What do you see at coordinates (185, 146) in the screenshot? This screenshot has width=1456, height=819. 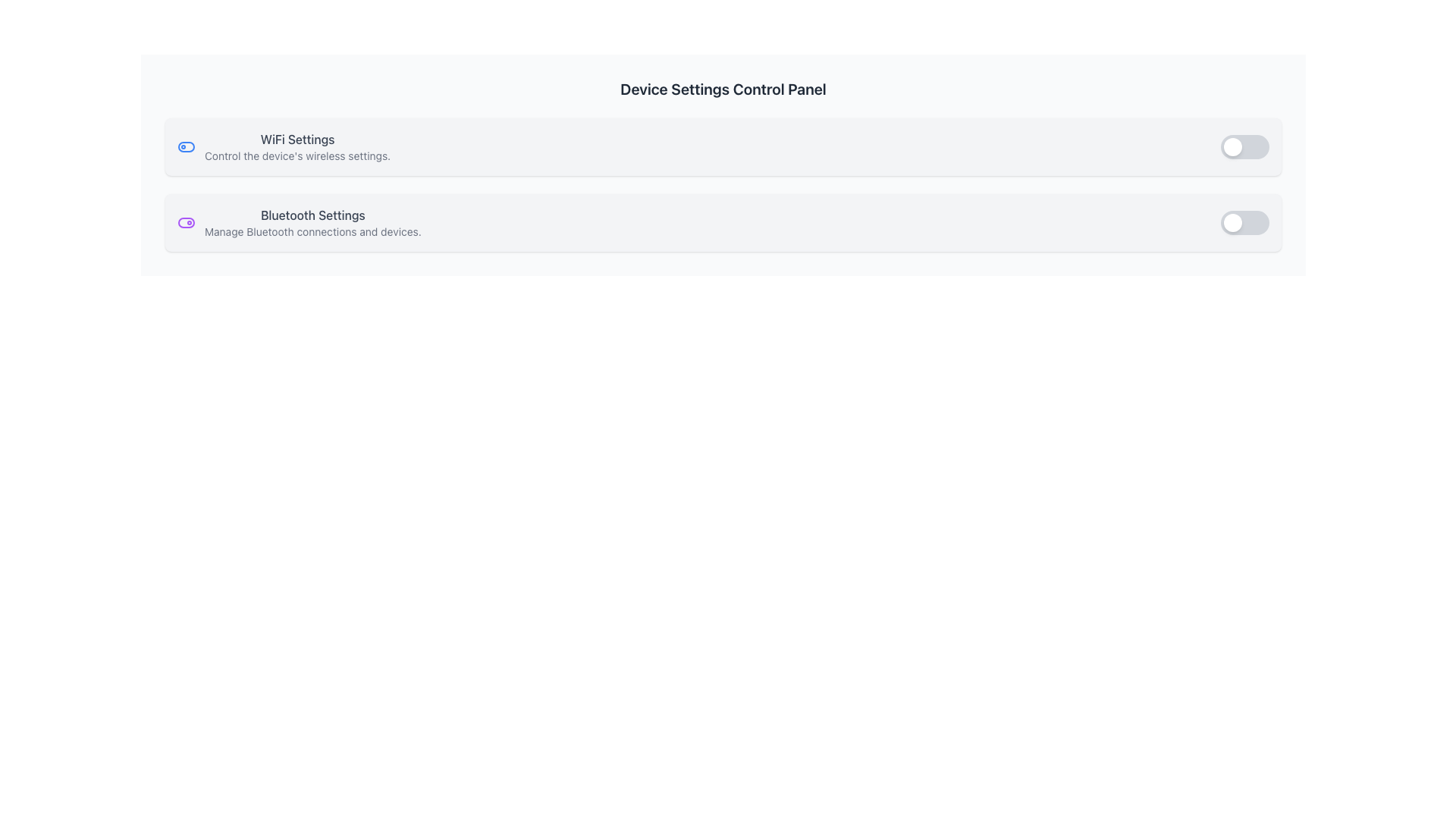 I see `state changes on the blue rectangular toggle button with rounded corners located at the top-right corner of the 'WiFi Settings' row` at bounding box center [185, 146].